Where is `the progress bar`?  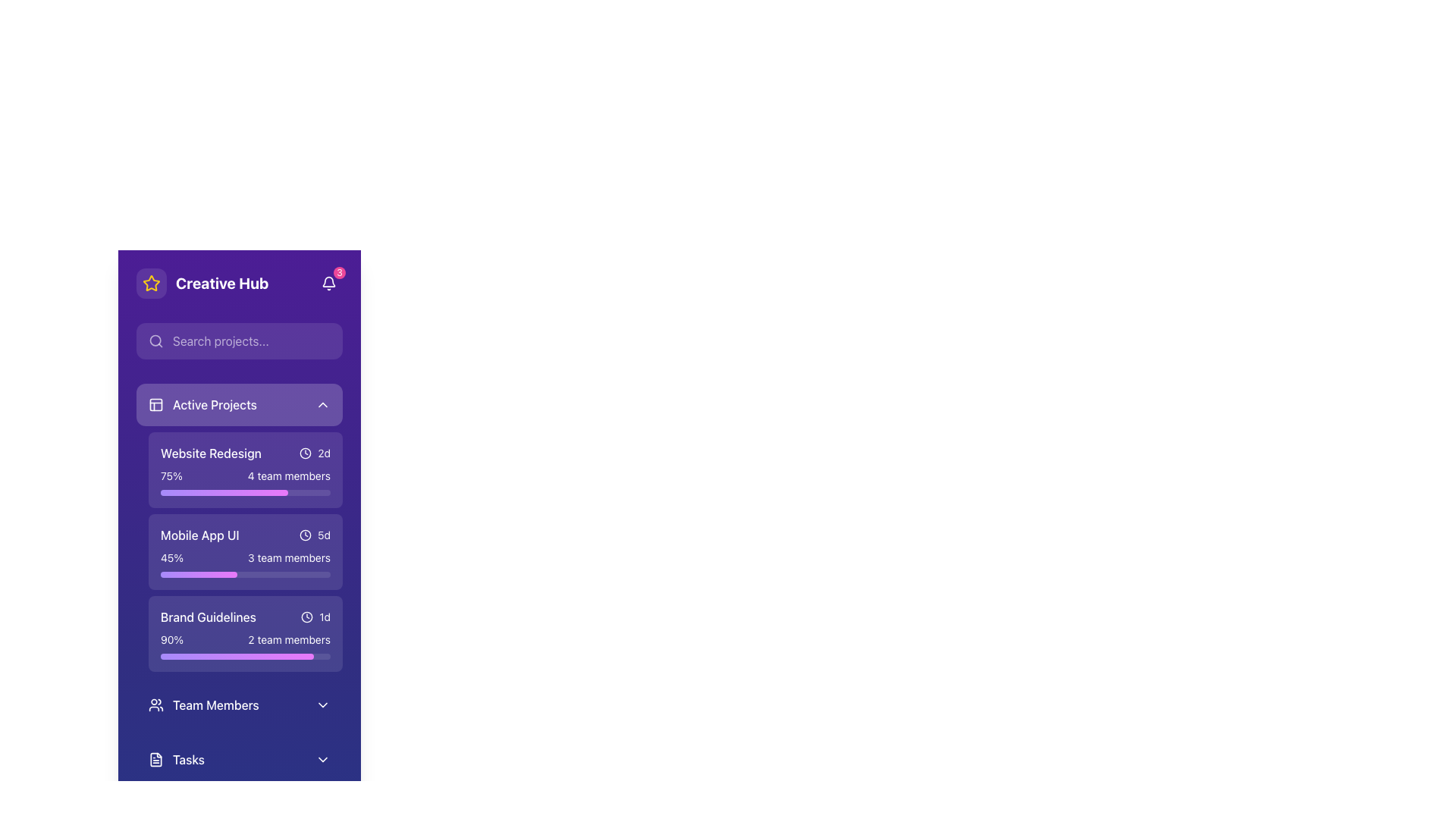 the progress bar is located at coordinates (216, 656).